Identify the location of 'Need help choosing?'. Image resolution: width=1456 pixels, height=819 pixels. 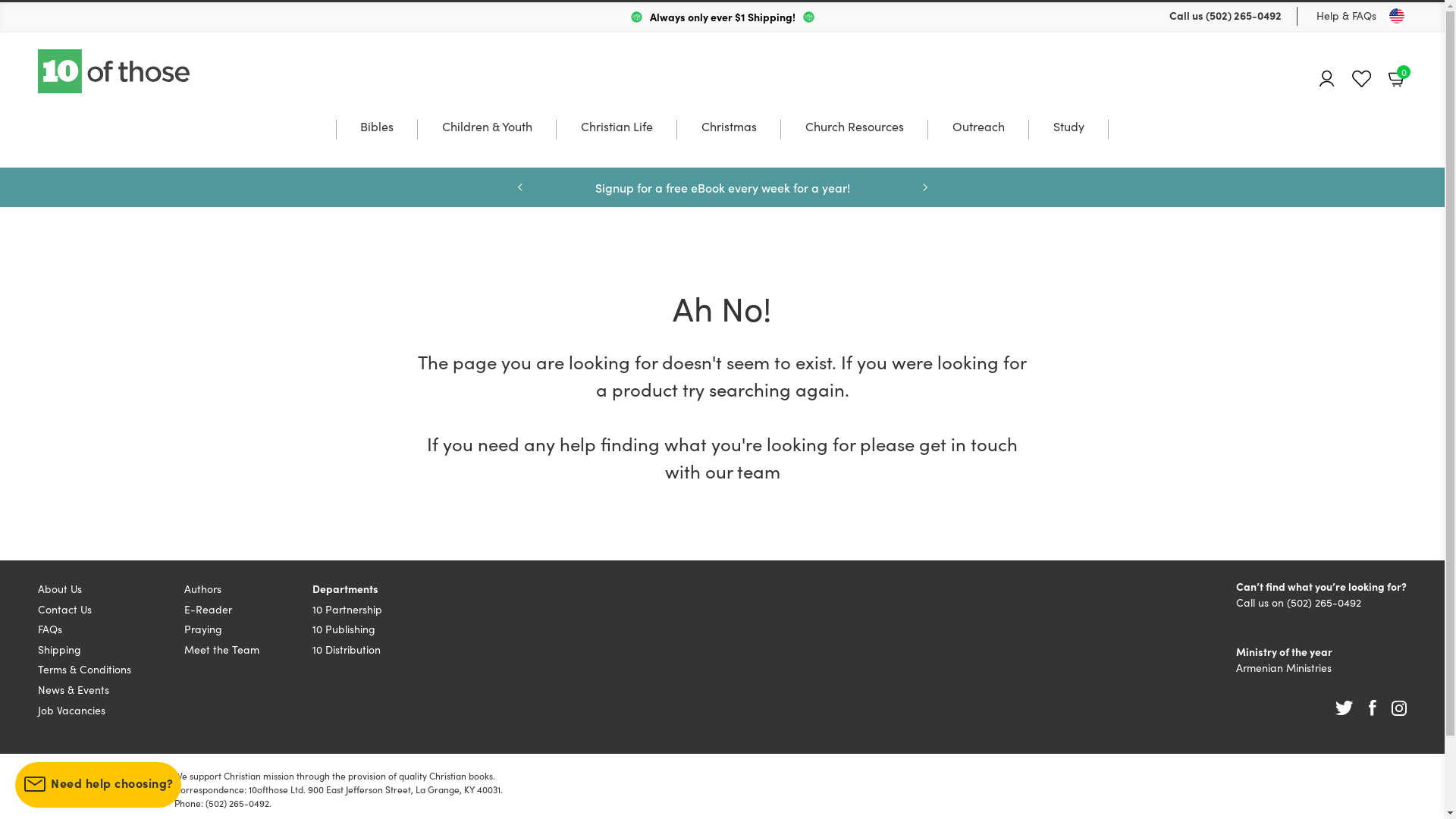
(97, 784).